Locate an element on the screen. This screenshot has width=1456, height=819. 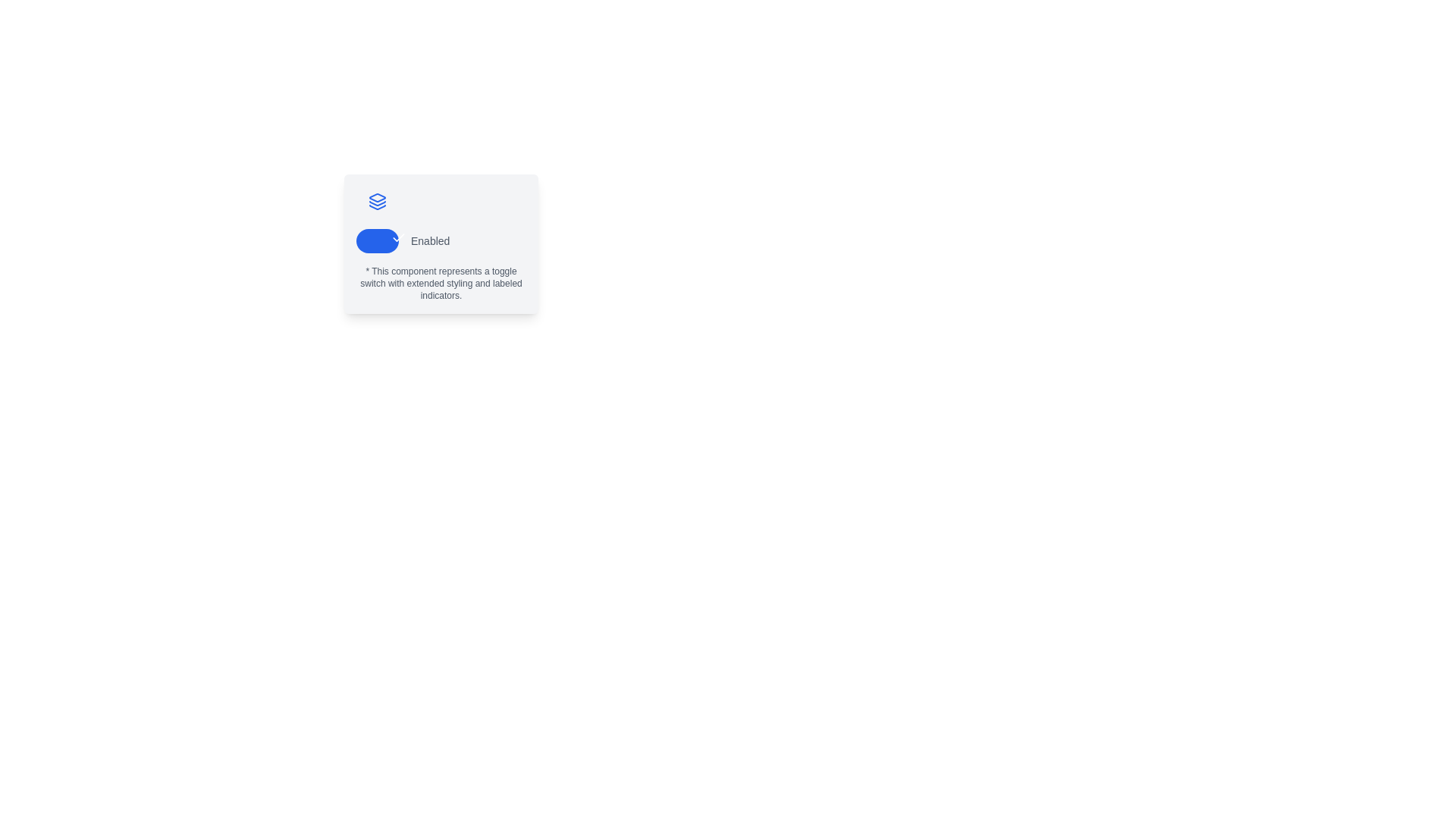
the topmost SVG graphic icon that symbolizes layers or hierarchy within the card-like section of the UI is located at coordinates (378, 197).